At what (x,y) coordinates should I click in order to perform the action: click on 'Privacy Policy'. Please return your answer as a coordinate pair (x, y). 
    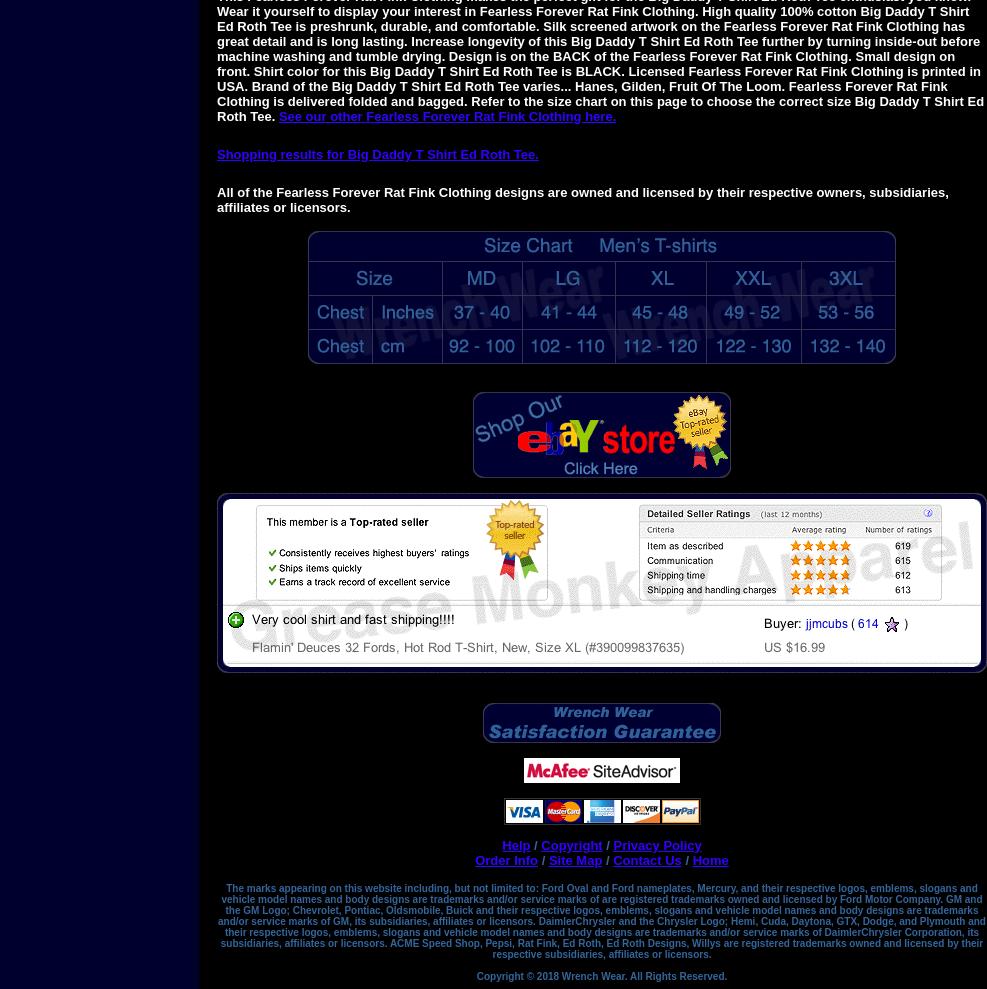
    Looking at the image, I should click on (657, 845).